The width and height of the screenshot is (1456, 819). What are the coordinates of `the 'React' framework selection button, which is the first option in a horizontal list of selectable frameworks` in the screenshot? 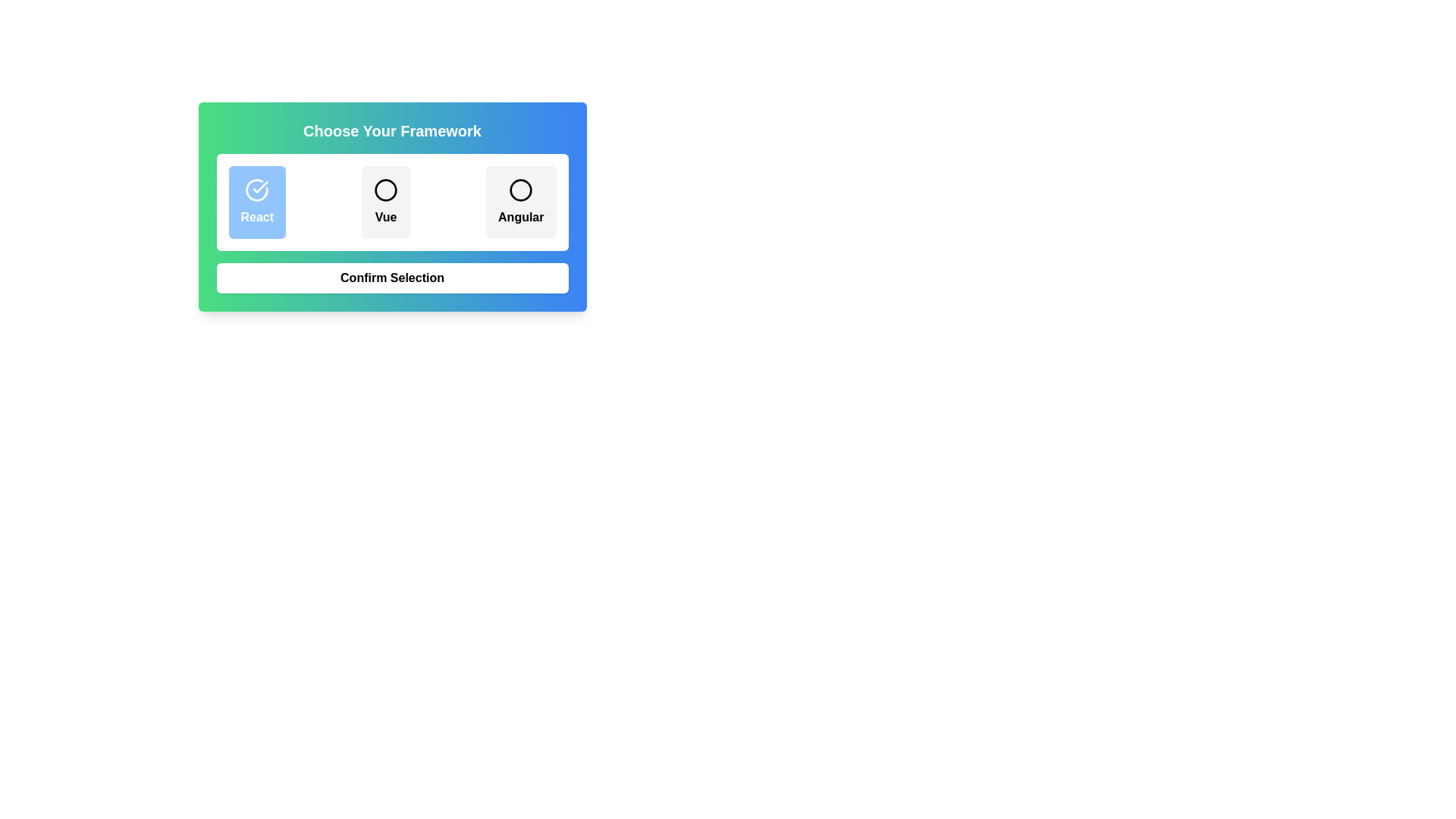 It's located at (257, 201).